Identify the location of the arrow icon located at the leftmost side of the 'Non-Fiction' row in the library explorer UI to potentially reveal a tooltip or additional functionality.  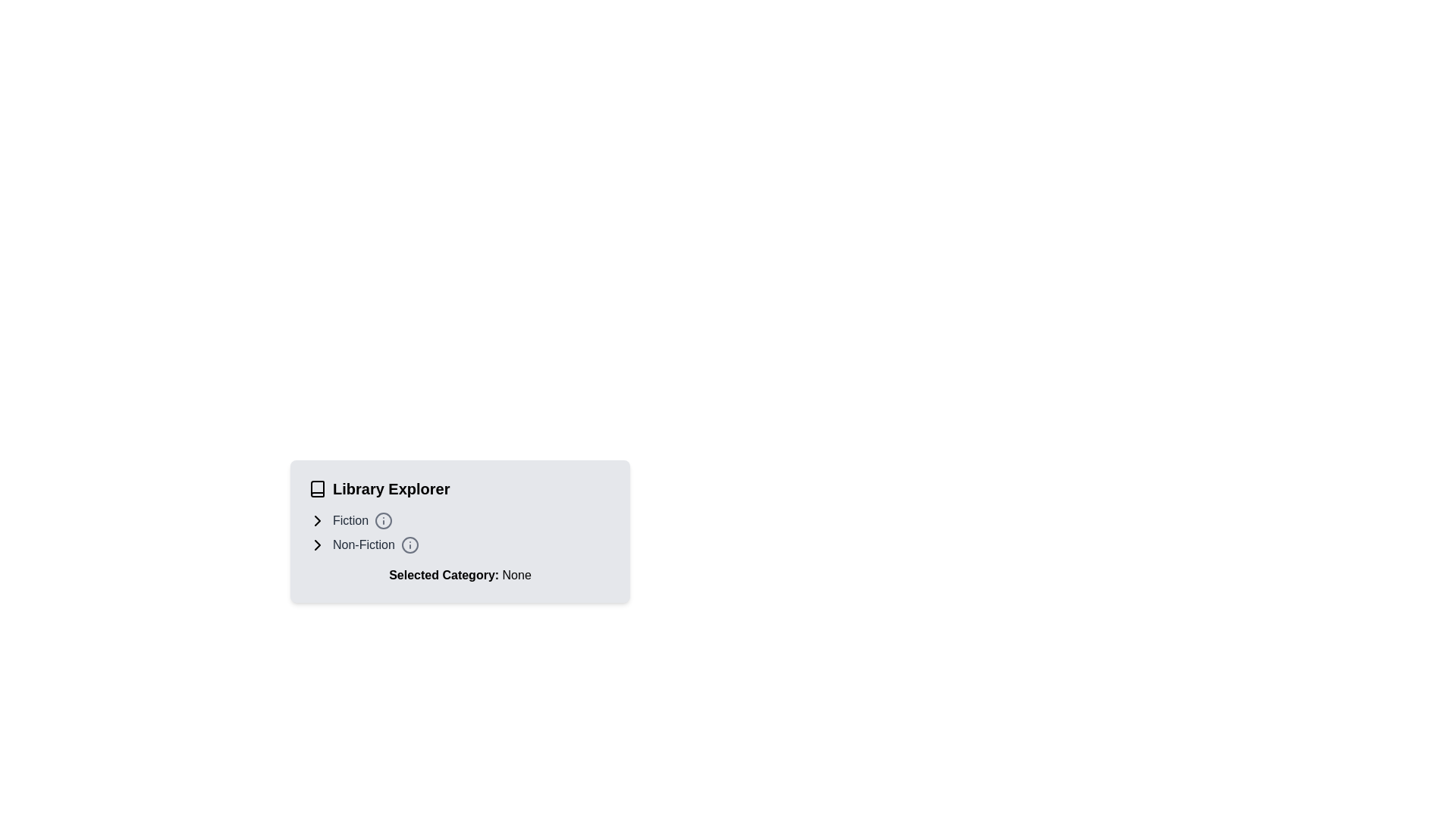
(316, 544).